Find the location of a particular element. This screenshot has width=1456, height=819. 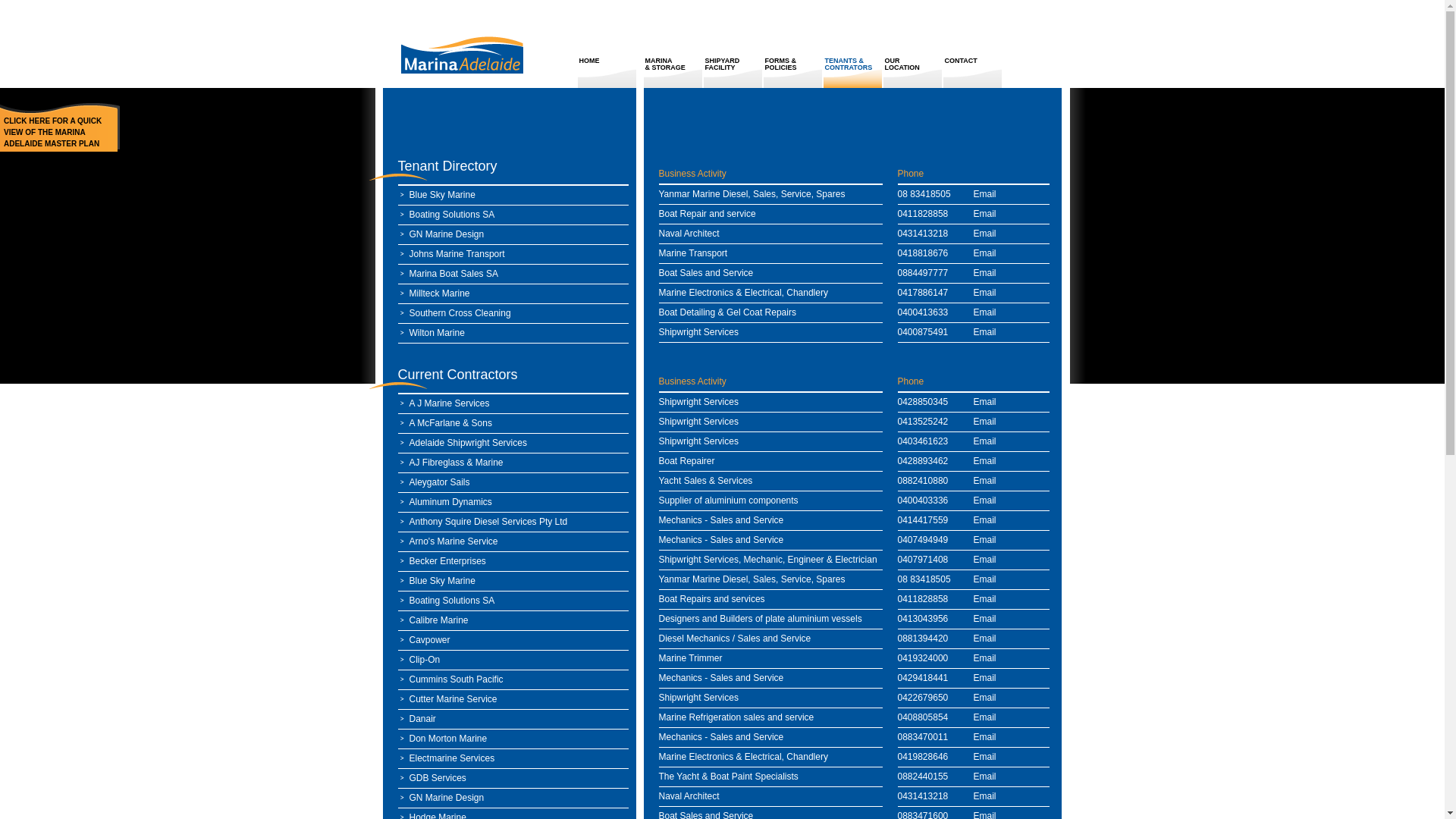

'Email' is located at coordinates (985, 698).